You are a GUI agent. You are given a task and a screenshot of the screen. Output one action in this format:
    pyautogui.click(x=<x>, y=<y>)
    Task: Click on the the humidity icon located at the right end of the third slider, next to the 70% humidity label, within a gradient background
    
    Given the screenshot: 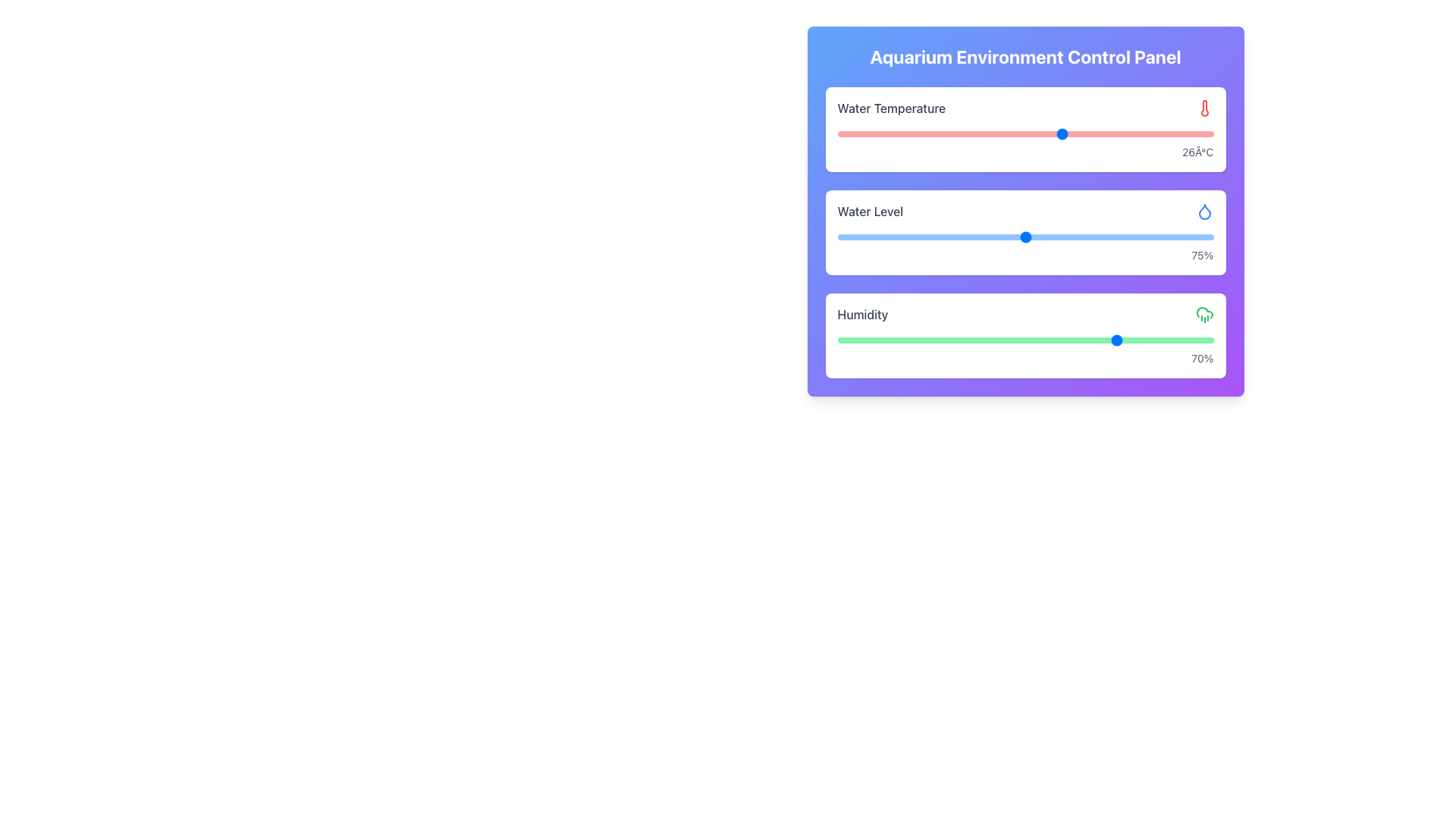 What is the action you would take?
    pyautogui.click(x=1203, y=212)
    